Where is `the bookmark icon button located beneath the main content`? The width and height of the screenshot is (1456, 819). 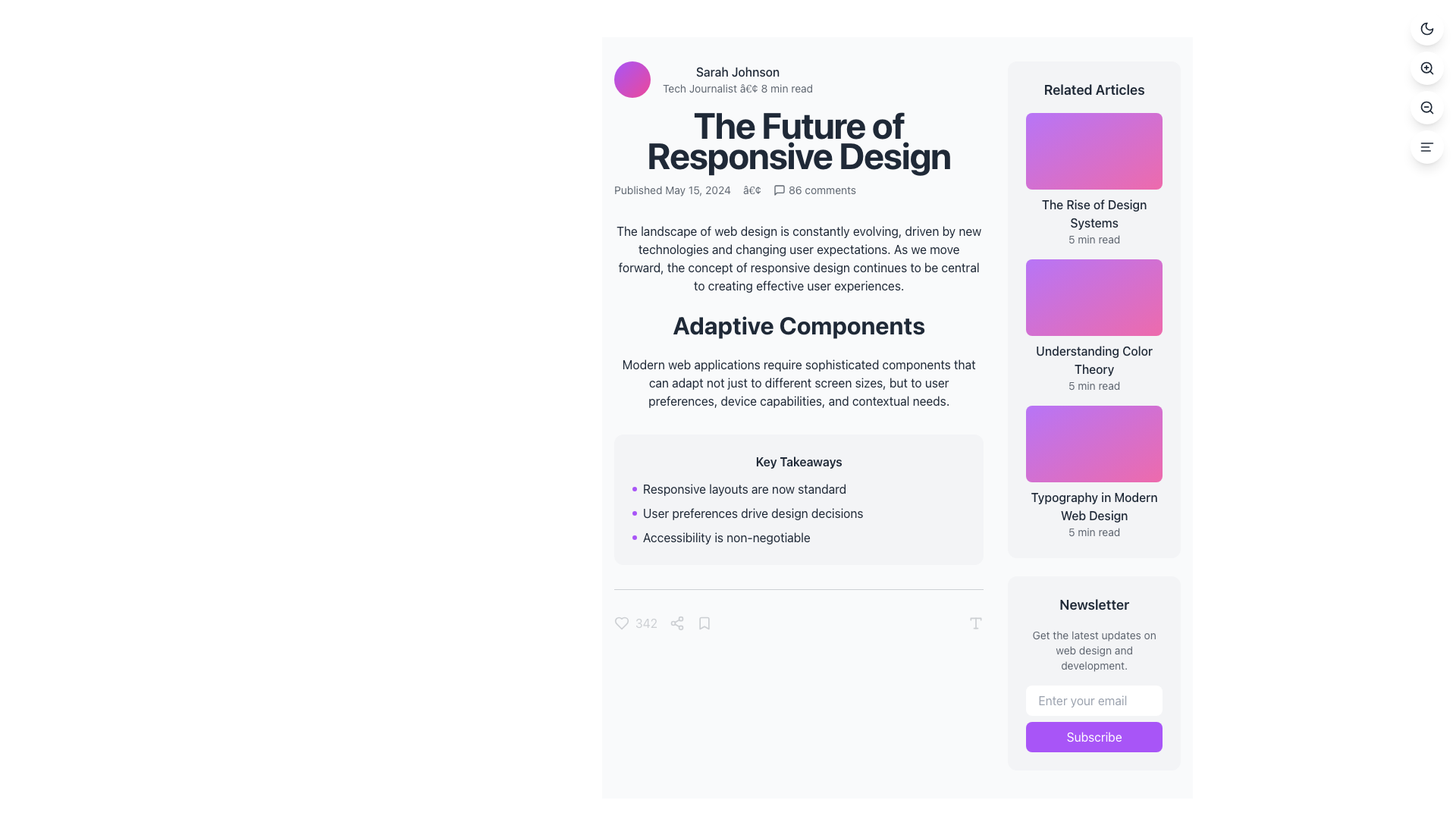 the bookmark icon button located beneath the main content is located at coordinates (704, 623).